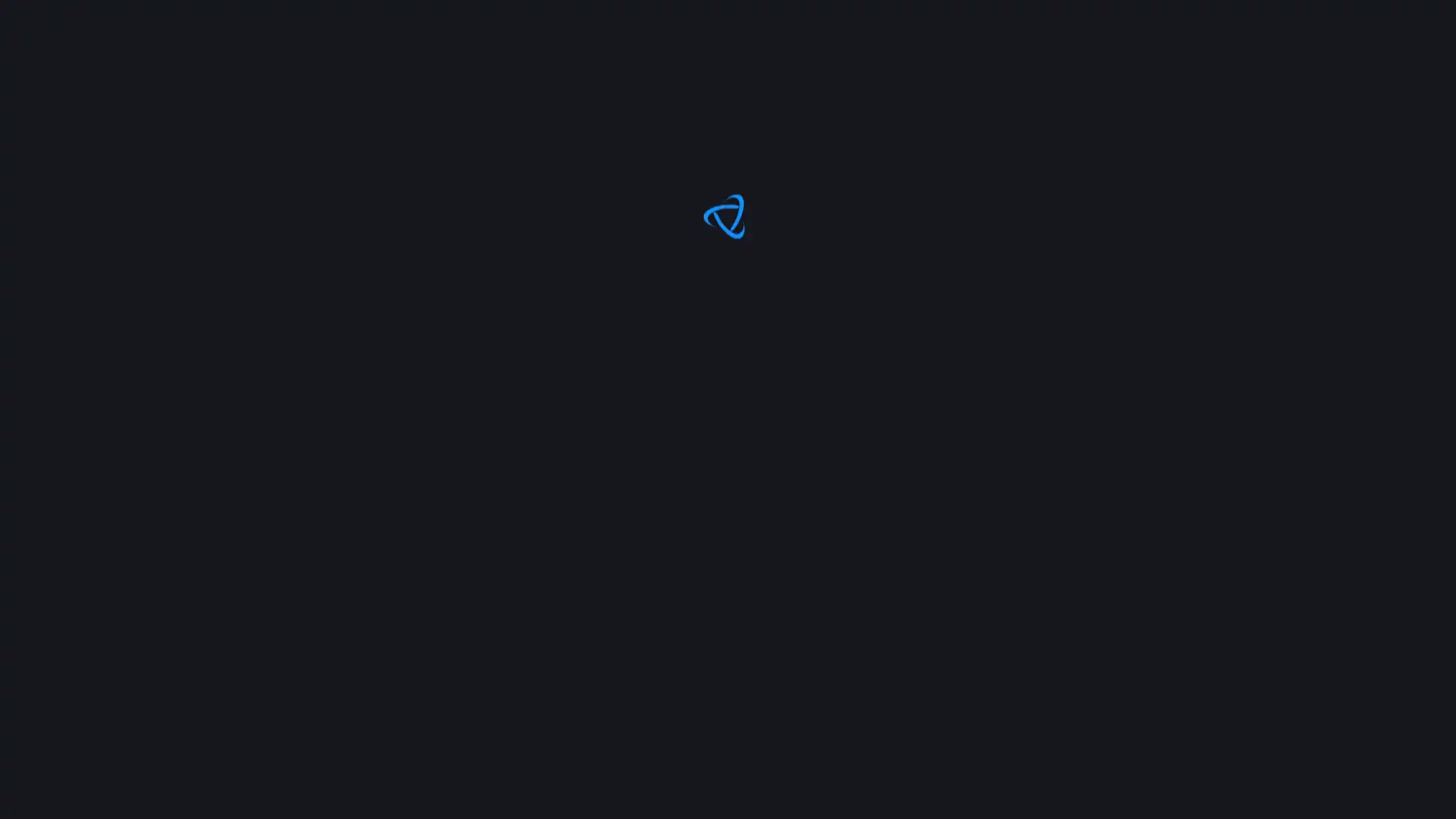 This screenshot has width=1456, height=819. What do you see at coordinates (1258, 85) in the screenshot?
I see `Battle.net Balance` at bounding box center [1258, 85].